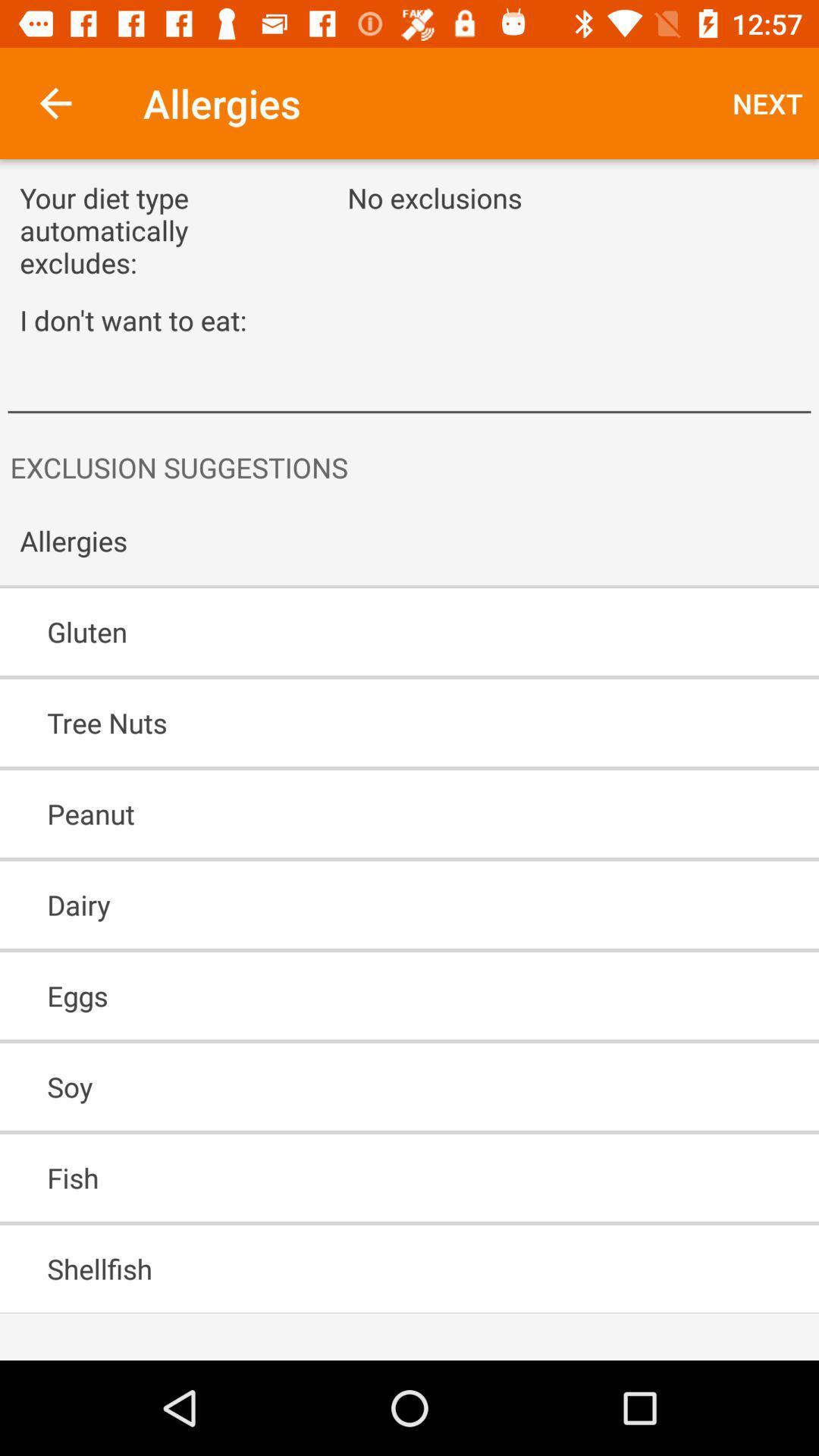 The width and height of the screenshot is (819, 1456). What do you see at coordinates (366, 632) in the screenshot?
I see `the item above the     tree nuts` at bounding box center [366, 632].